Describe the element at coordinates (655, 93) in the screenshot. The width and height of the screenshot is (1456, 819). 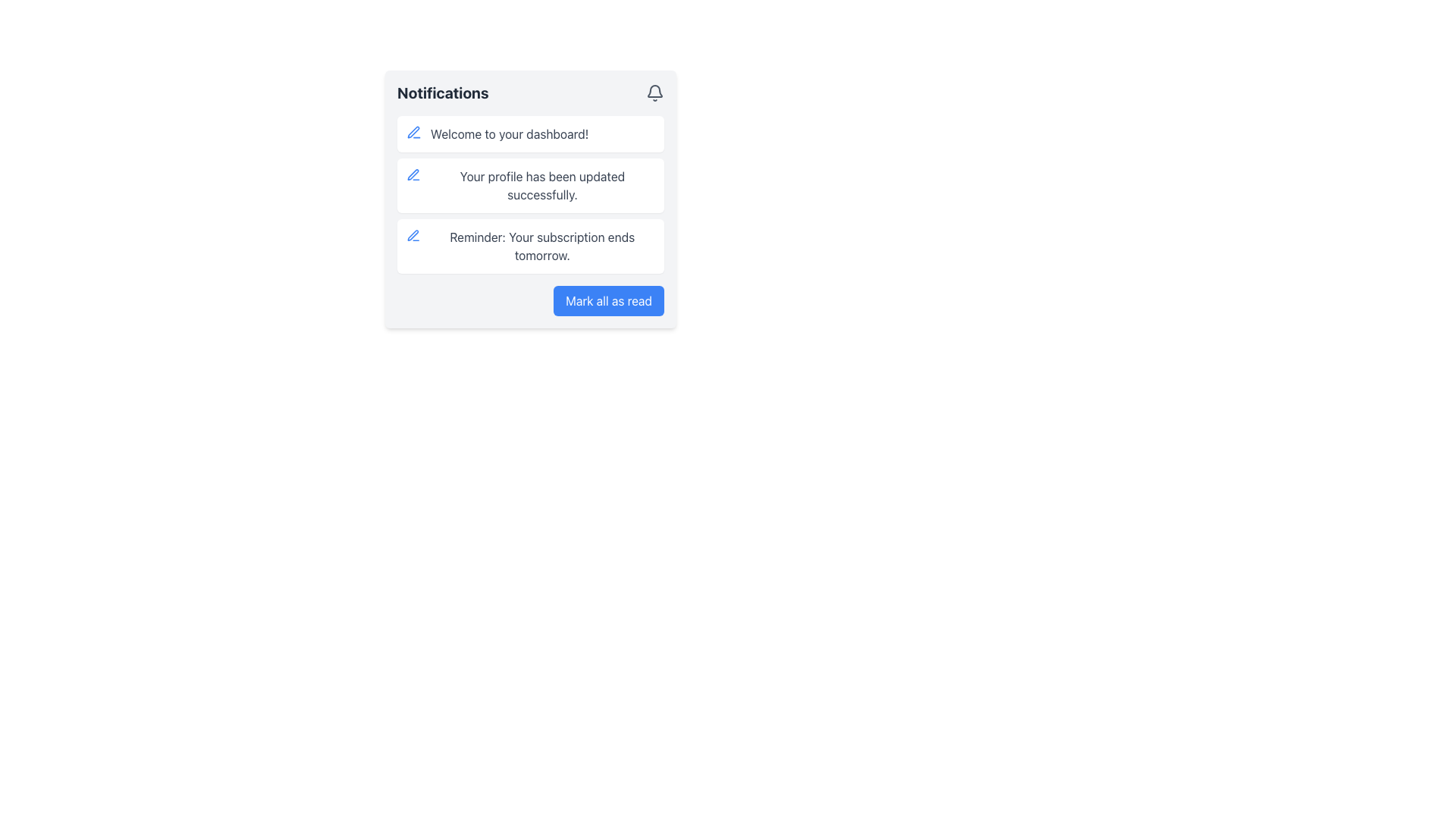
I see `the bell icon located in the upper right corner of the 'Notifications' box, which is rendered in a thin stroke style and is gray in color` at that location.